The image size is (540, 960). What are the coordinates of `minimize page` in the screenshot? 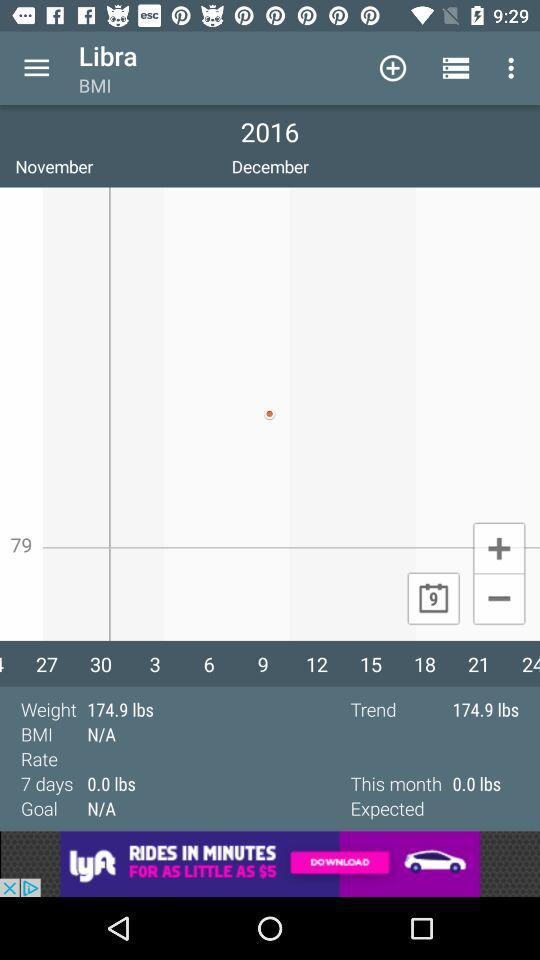 It's located at (498, 600).